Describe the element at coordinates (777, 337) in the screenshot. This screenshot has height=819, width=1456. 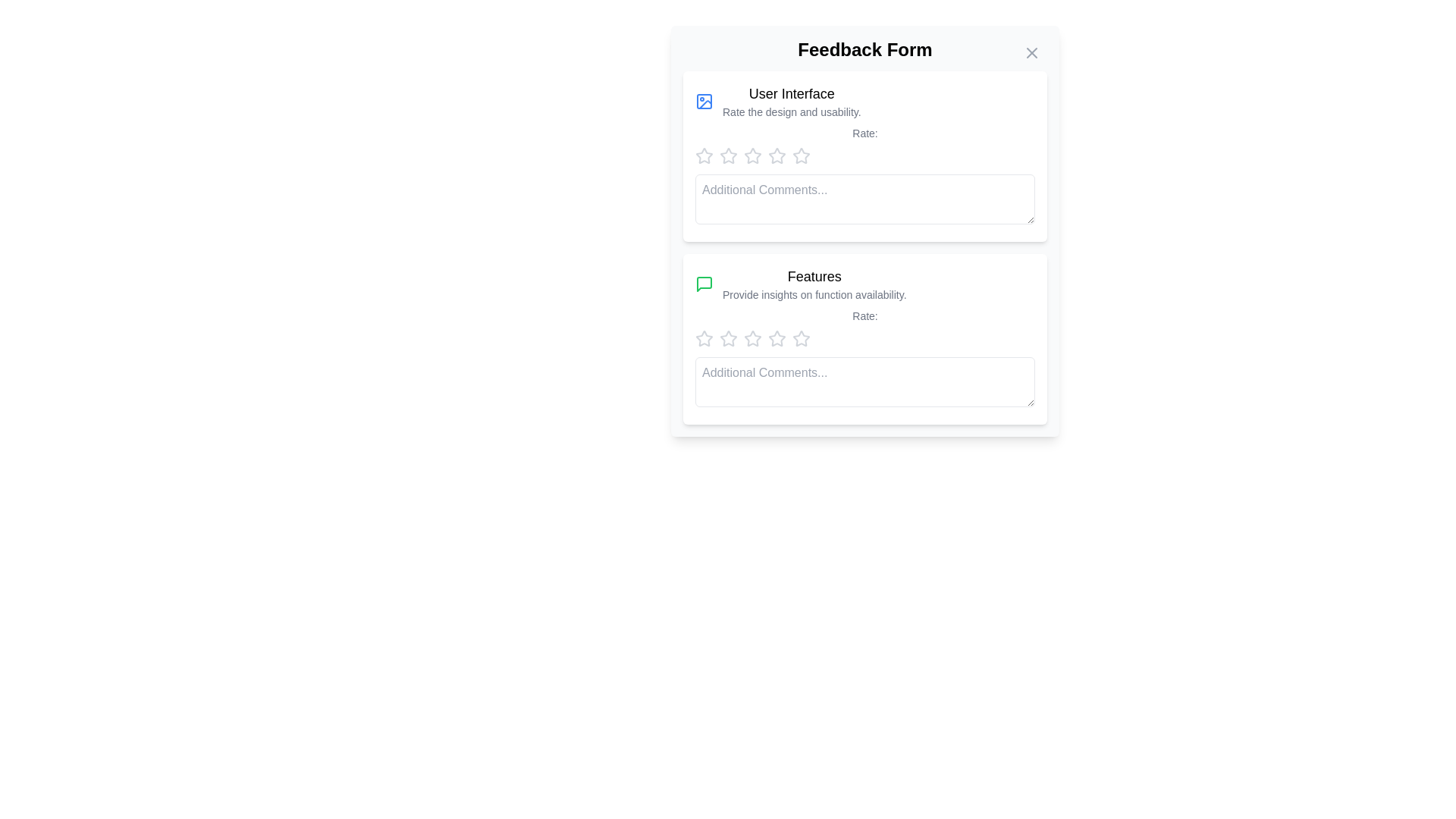
I see `the fourth star icon` at that location.